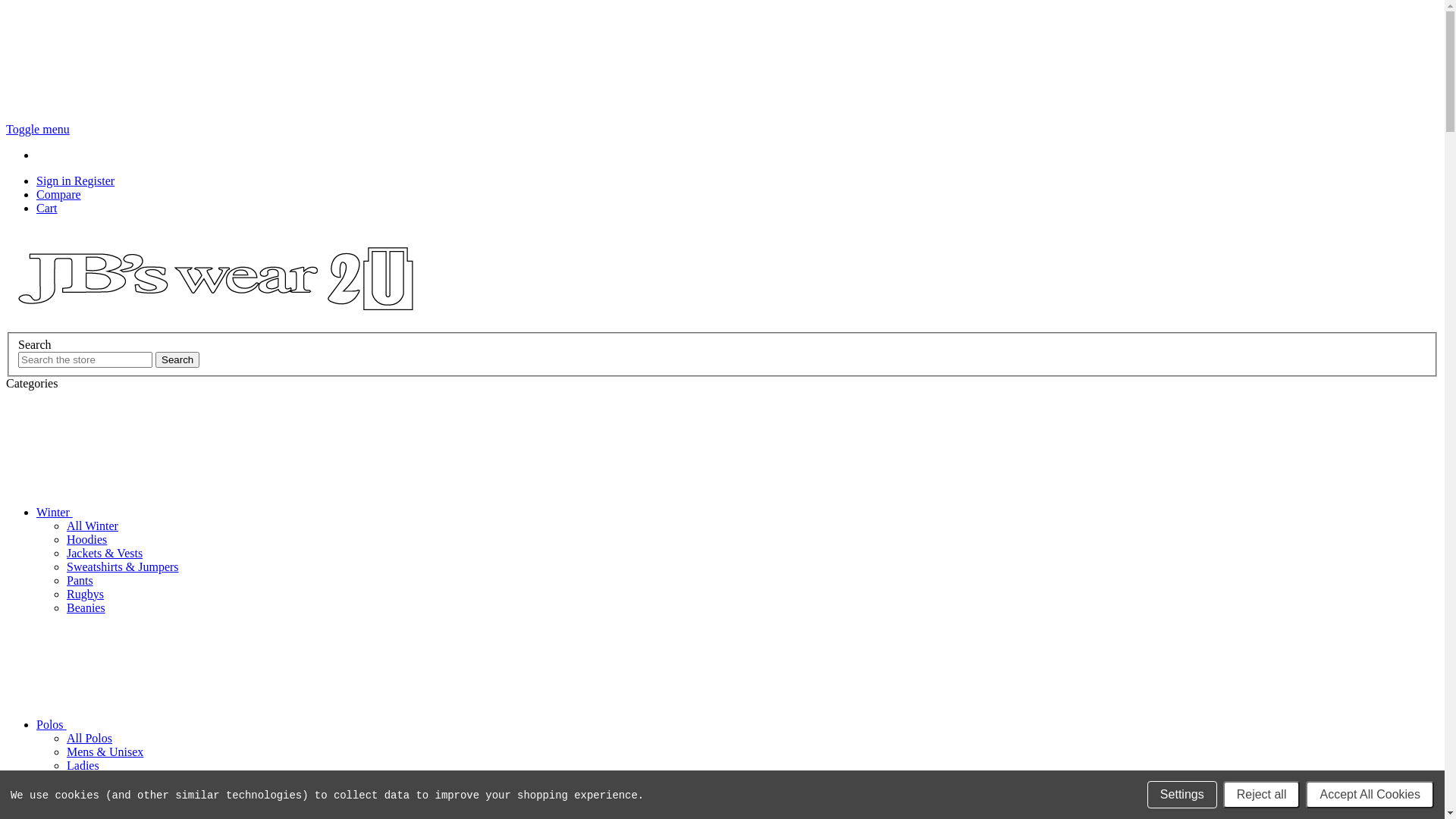  What do you see at coordinates (123, 566) in the screenshot?
I see `'Sweatshirts & Jumpers'` at bounding box center [123, 566].